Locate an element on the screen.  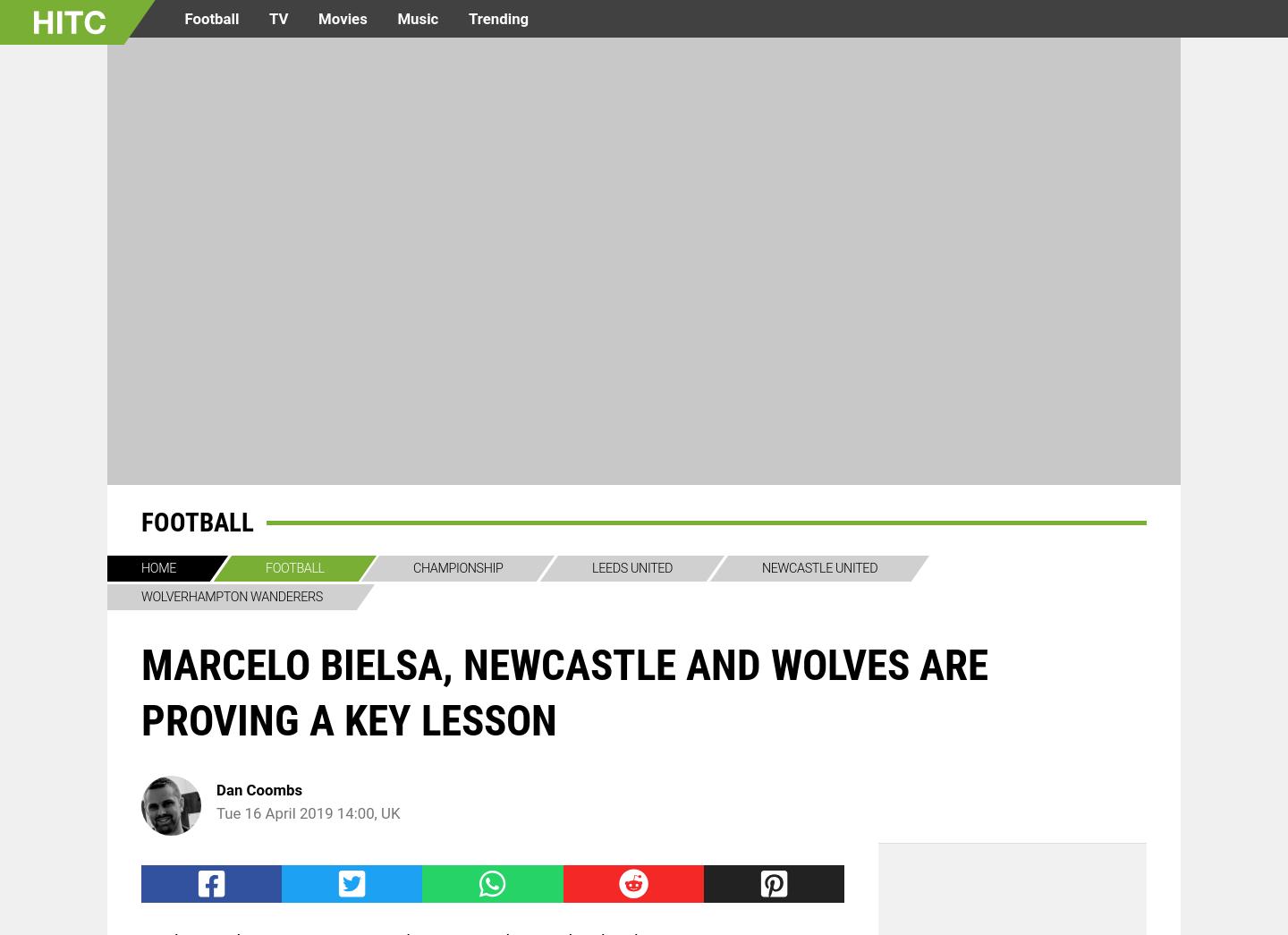
'Home' is located at coordinates (157, 567).